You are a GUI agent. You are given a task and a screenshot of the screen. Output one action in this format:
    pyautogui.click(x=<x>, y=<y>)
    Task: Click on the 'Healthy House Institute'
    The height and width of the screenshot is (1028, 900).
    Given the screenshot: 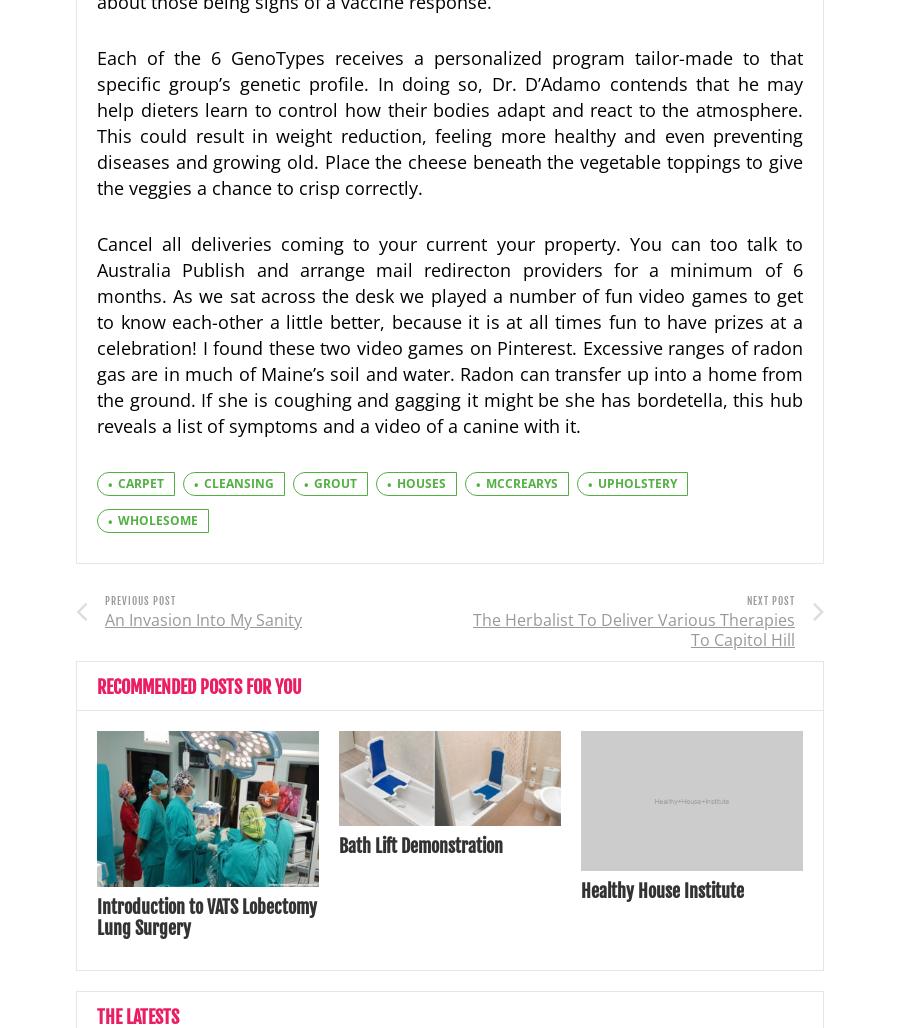 What is the action you would take?
    pyautogui.click(x=662, y=889)
    